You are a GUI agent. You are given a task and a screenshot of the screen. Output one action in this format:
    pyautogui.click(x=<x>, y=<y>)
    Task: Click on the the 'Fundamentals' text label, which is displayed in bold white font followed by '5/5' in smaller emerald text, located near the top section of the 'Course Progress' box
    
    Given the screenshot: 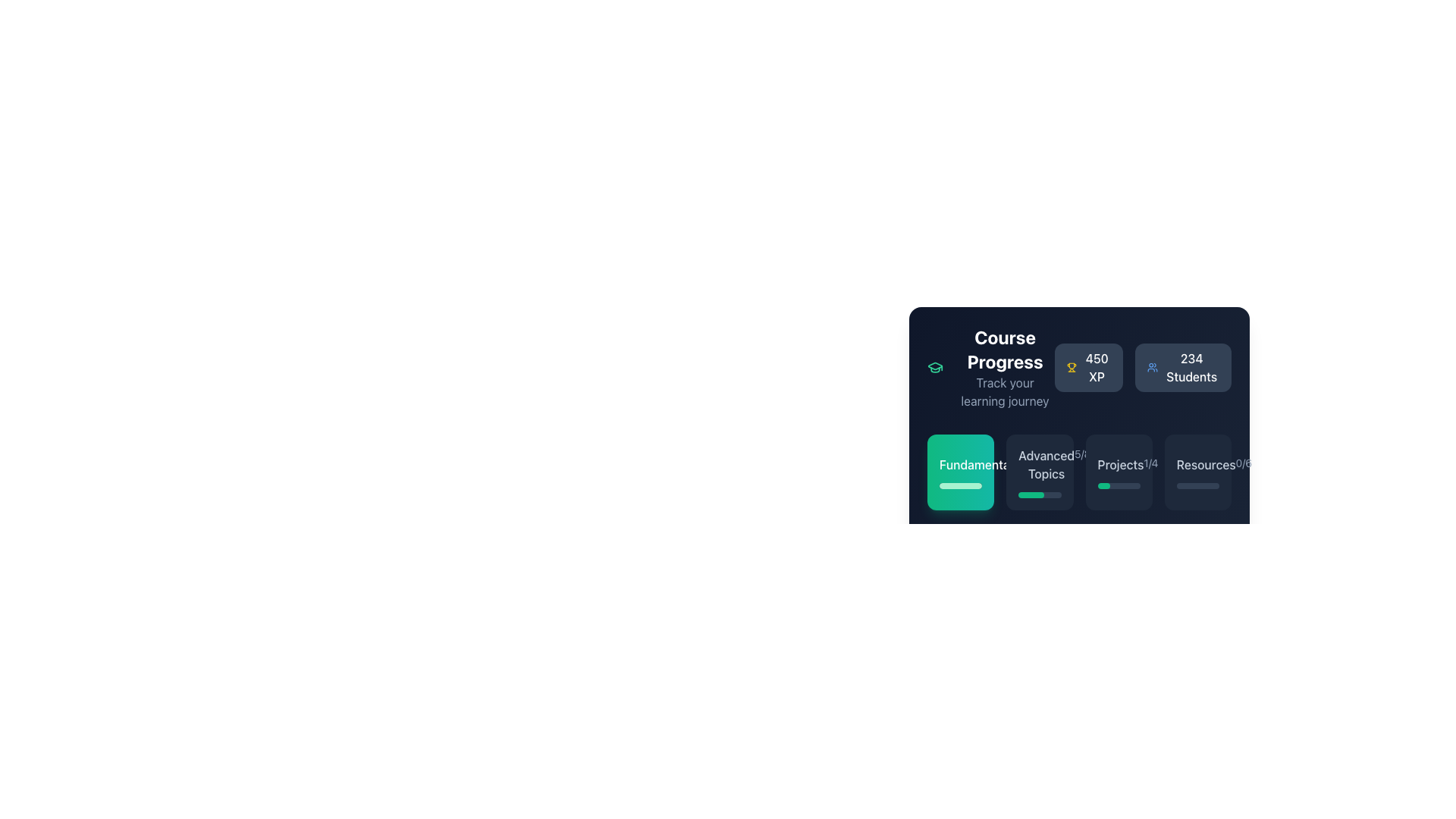 What is the action you would take?
    pyautogui.click(x=960, y=464)
    